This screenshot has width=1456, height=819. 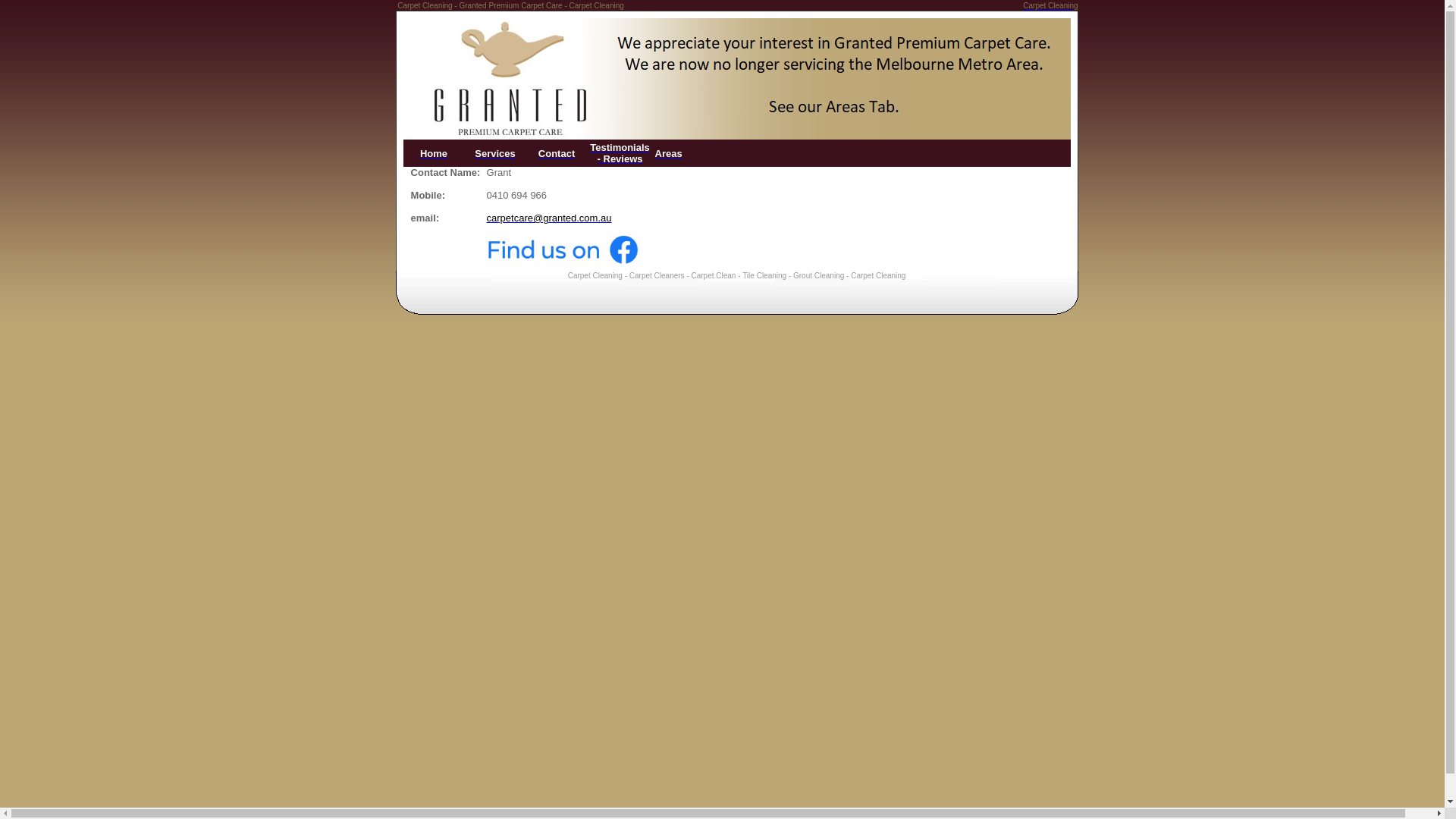 I want to click on 'carpetcare@granted.com.au', so click(x=548, y=218).